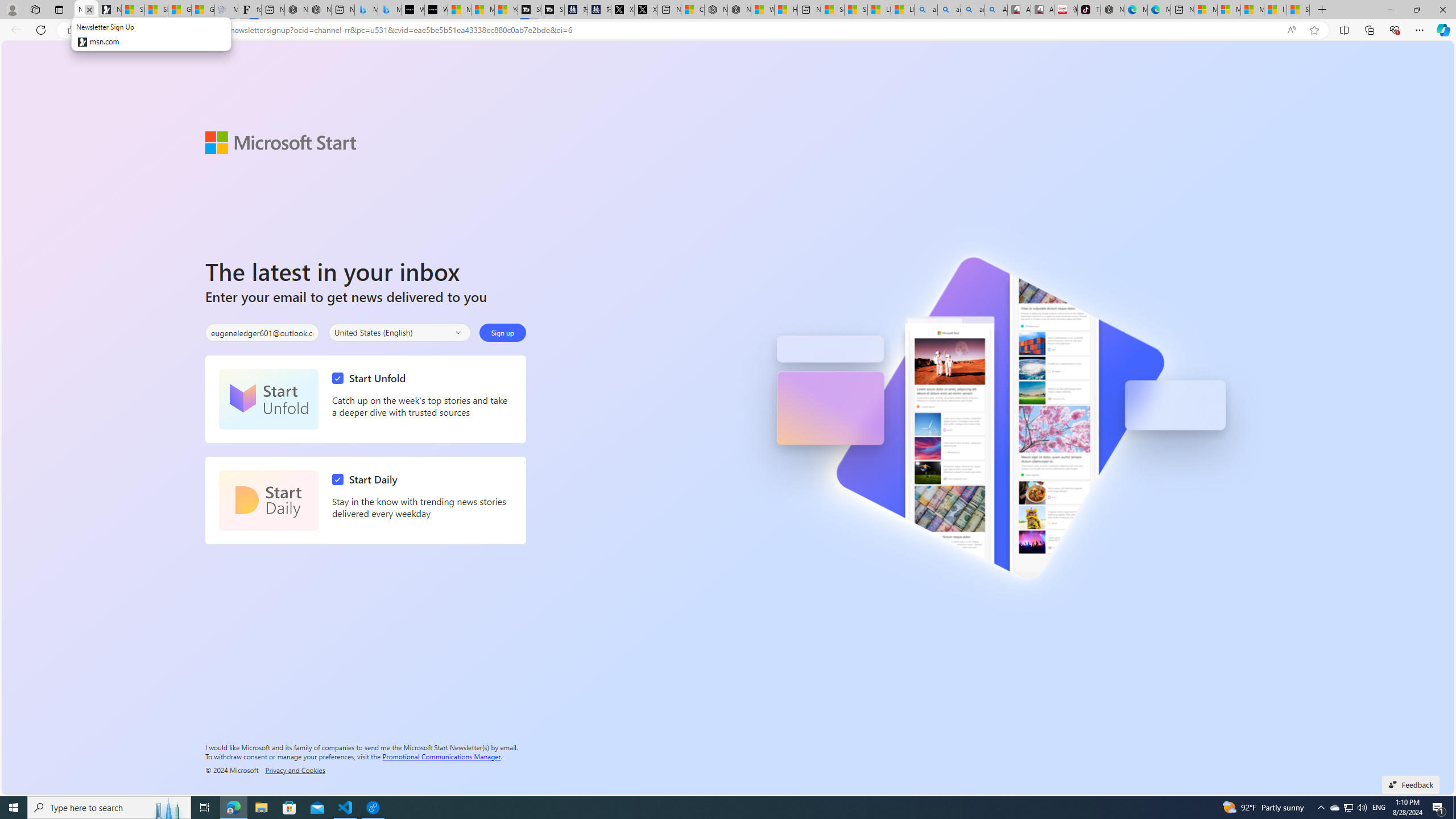  I want to click on 'Promotional Communications Manager', so click(440, 755).